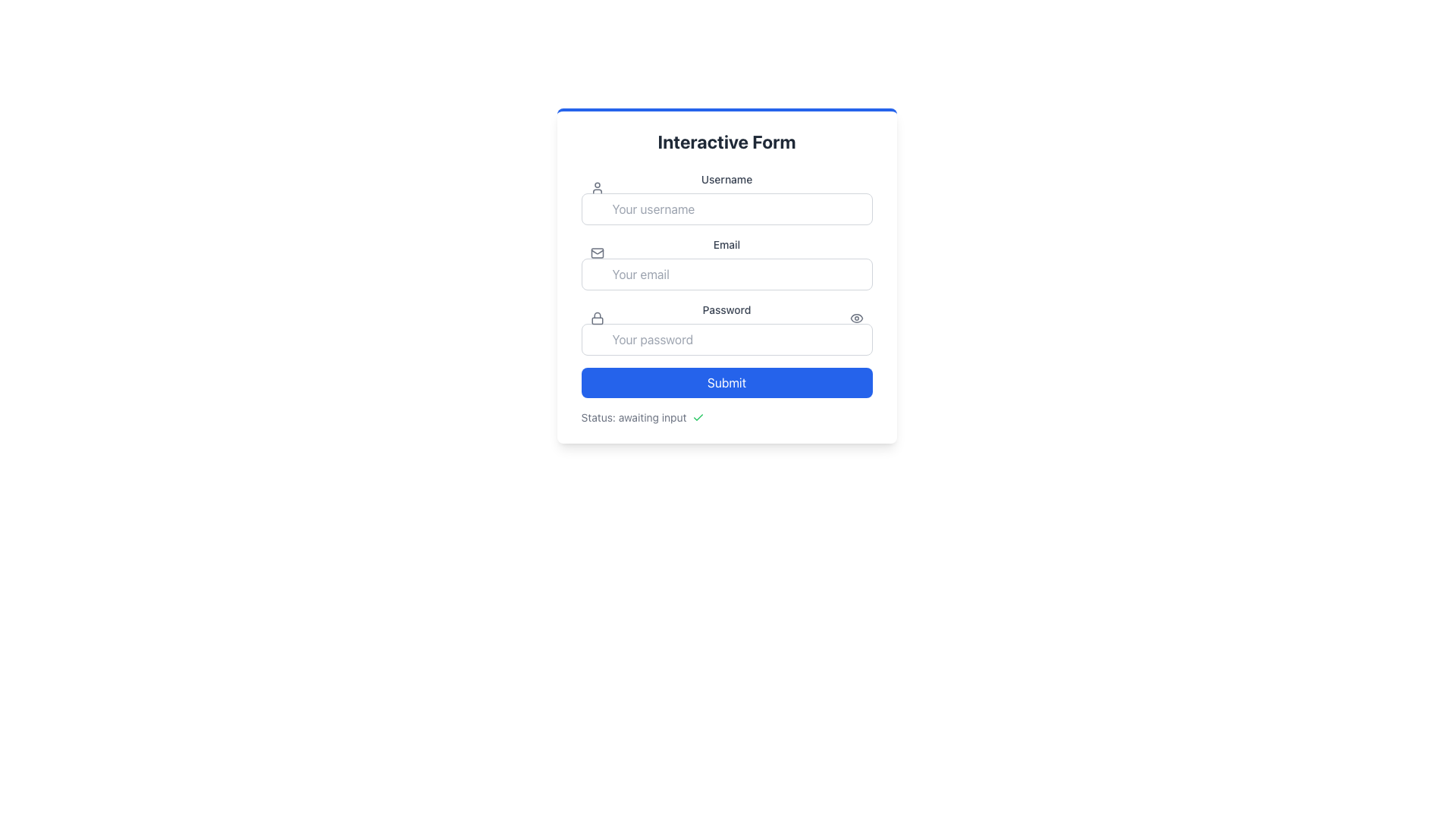 This screenshot has height=819, width=1456. I want to click on the 'Username' label, which is styled in dark gray on a light background and positioned above the input field for username entry, so click(726, 178).